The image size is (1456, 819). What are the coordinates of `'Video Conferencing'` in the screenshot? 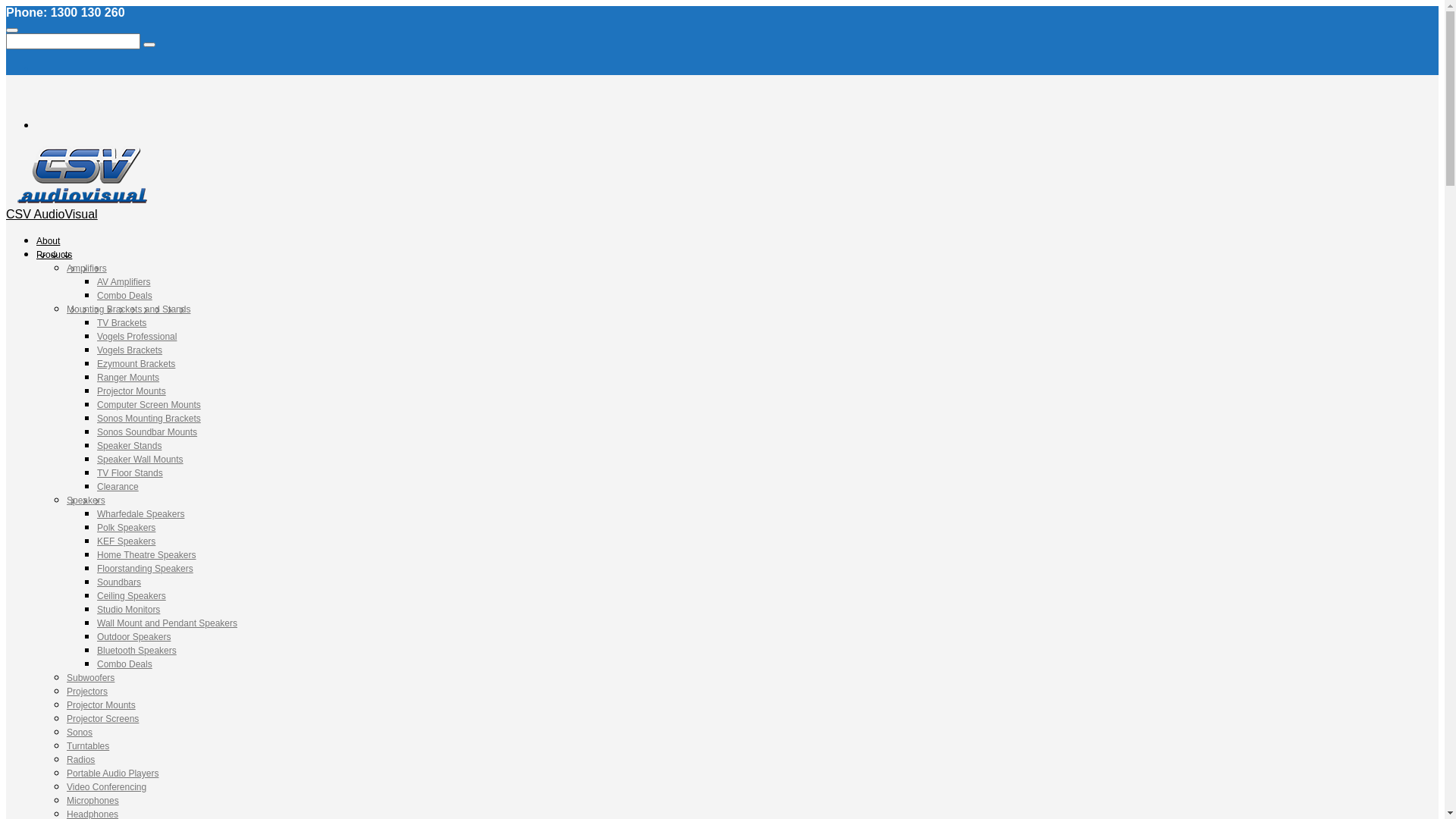 It's located at (105, 786).